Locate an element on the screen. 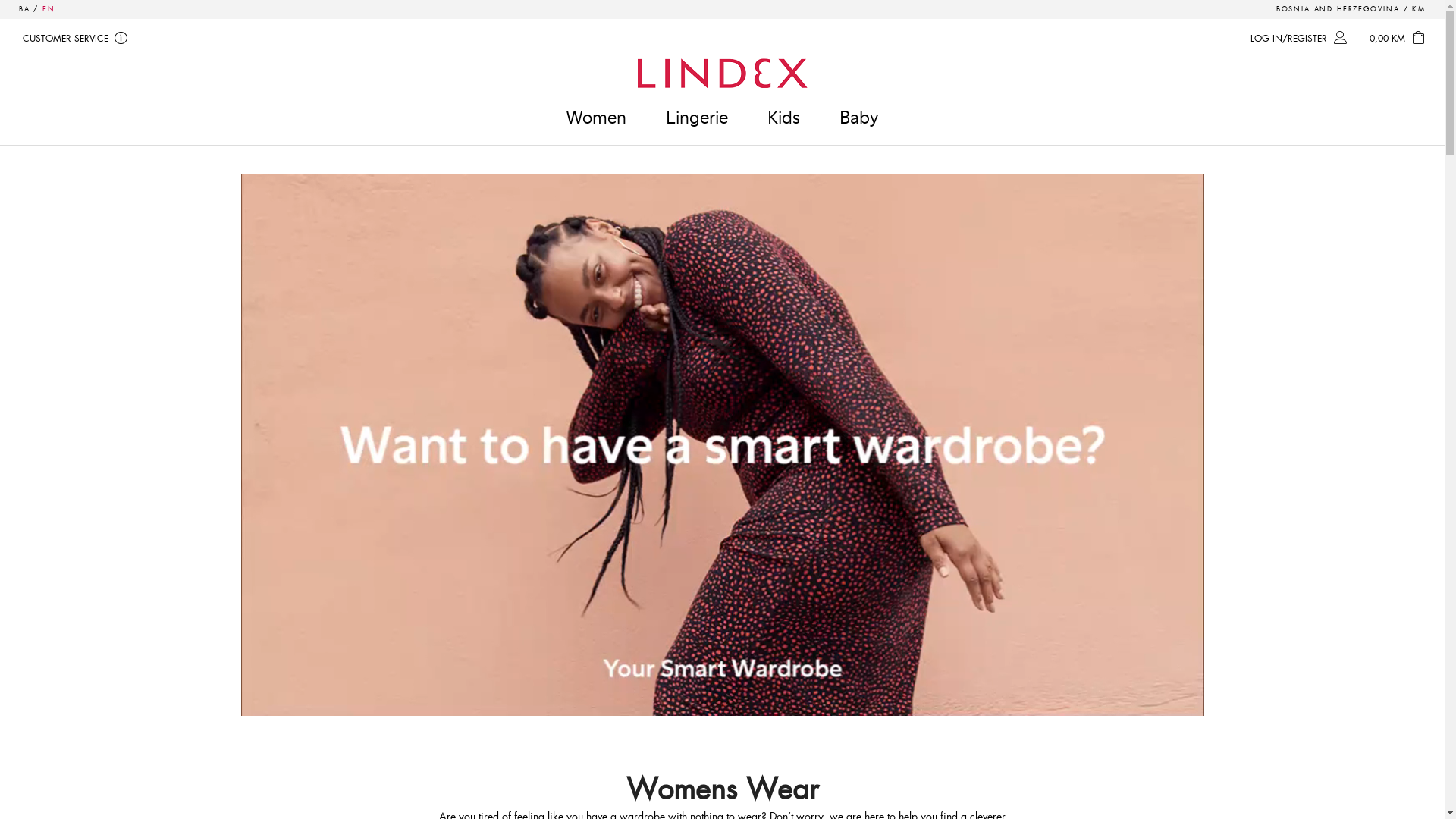 This screenshot has width=1456, height=819. '0,00 KM' is located at coordinates (1399, 38).